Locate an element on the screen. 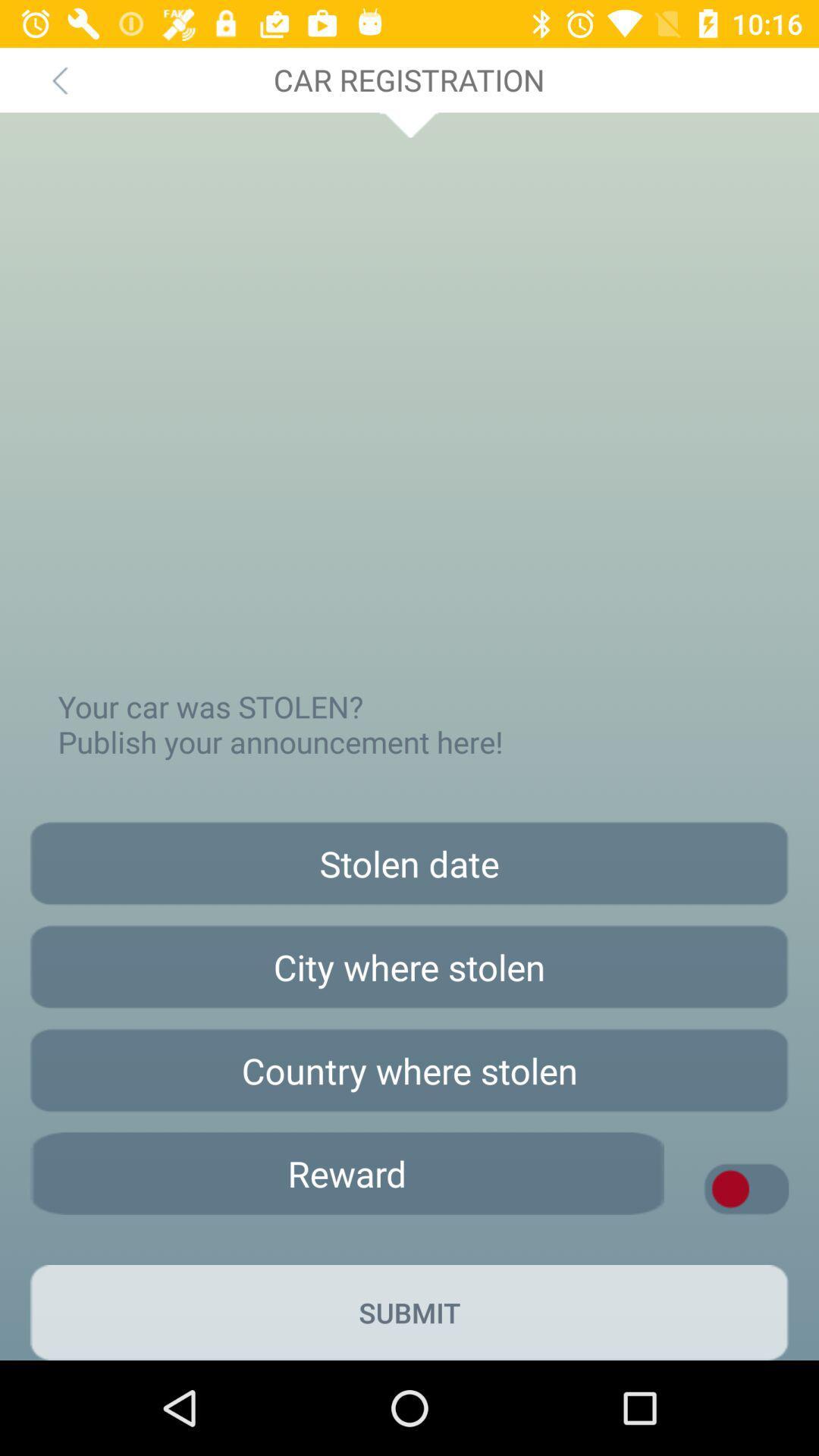 This screenshot has width=819, height=1456. reward is located at coordinates (347, 1172).